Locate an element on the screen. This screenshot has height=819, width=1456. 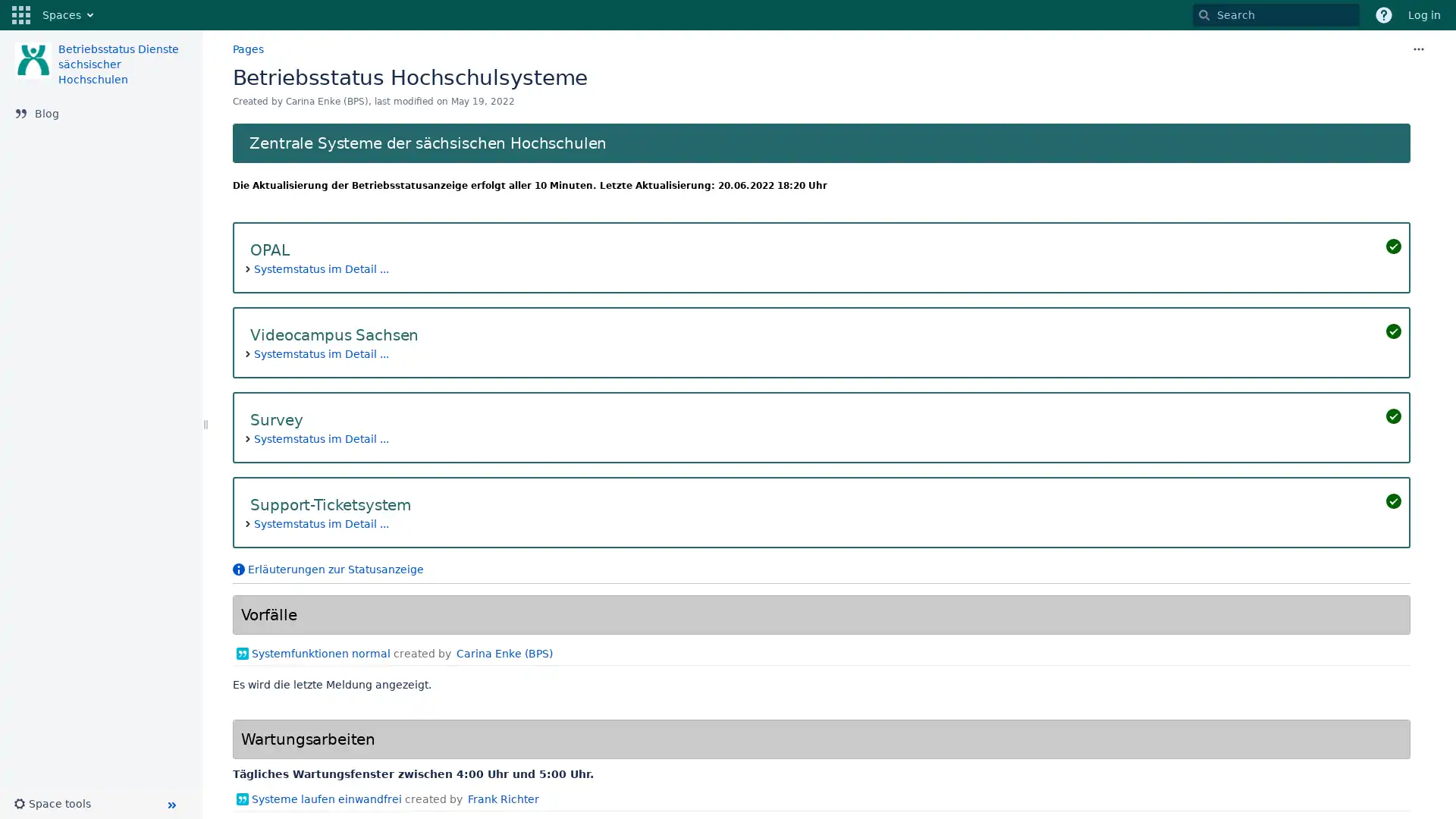
Collapse sidebar ( [ ) is located at coordinates (171, 804).